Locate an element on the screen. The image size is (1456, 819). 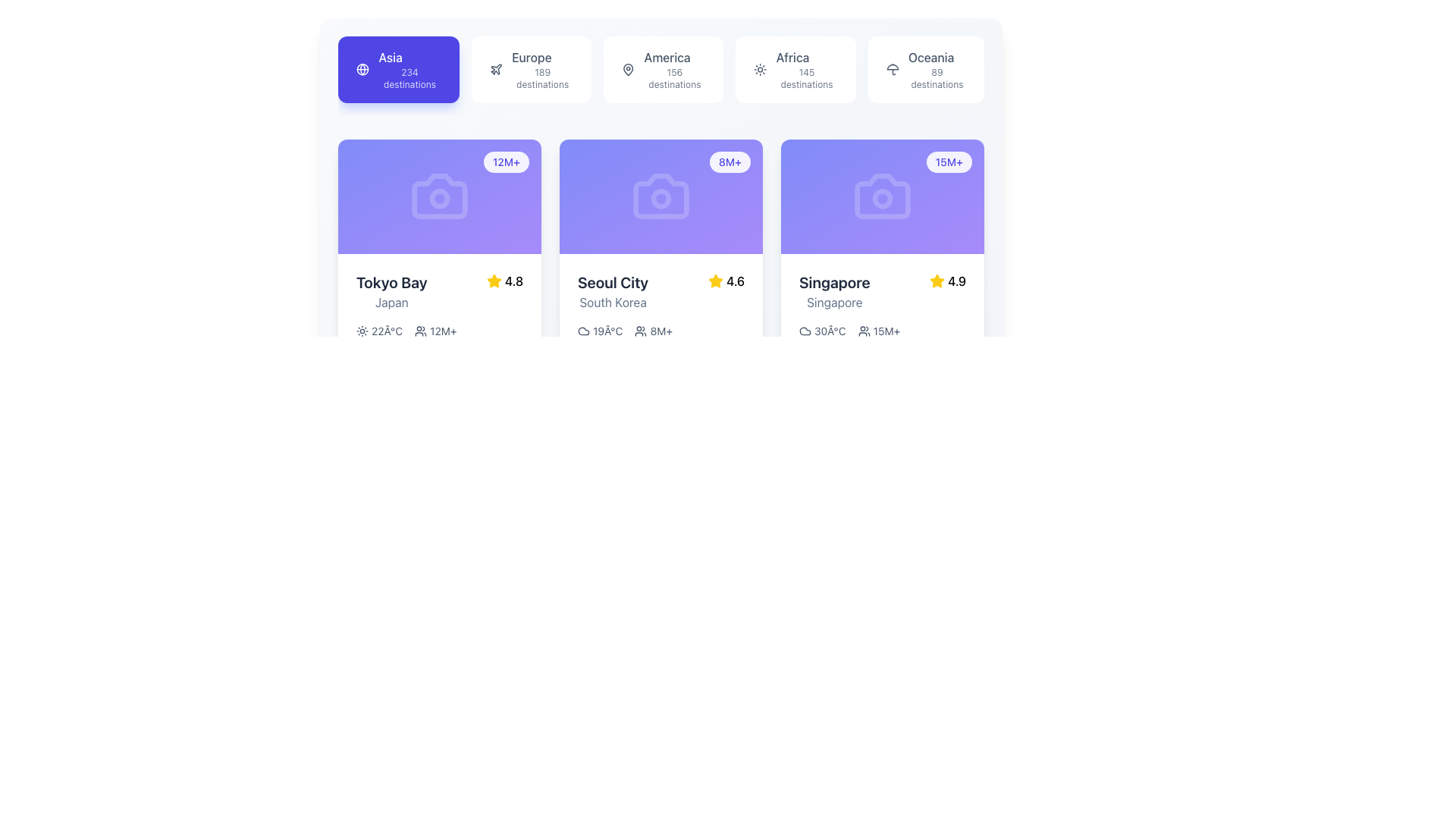
the static text label displaying '145 destinations' located below the bold title 'Africa' in the Africa card within the horizontal carousel of region cards is located at coordinates (806, 79).